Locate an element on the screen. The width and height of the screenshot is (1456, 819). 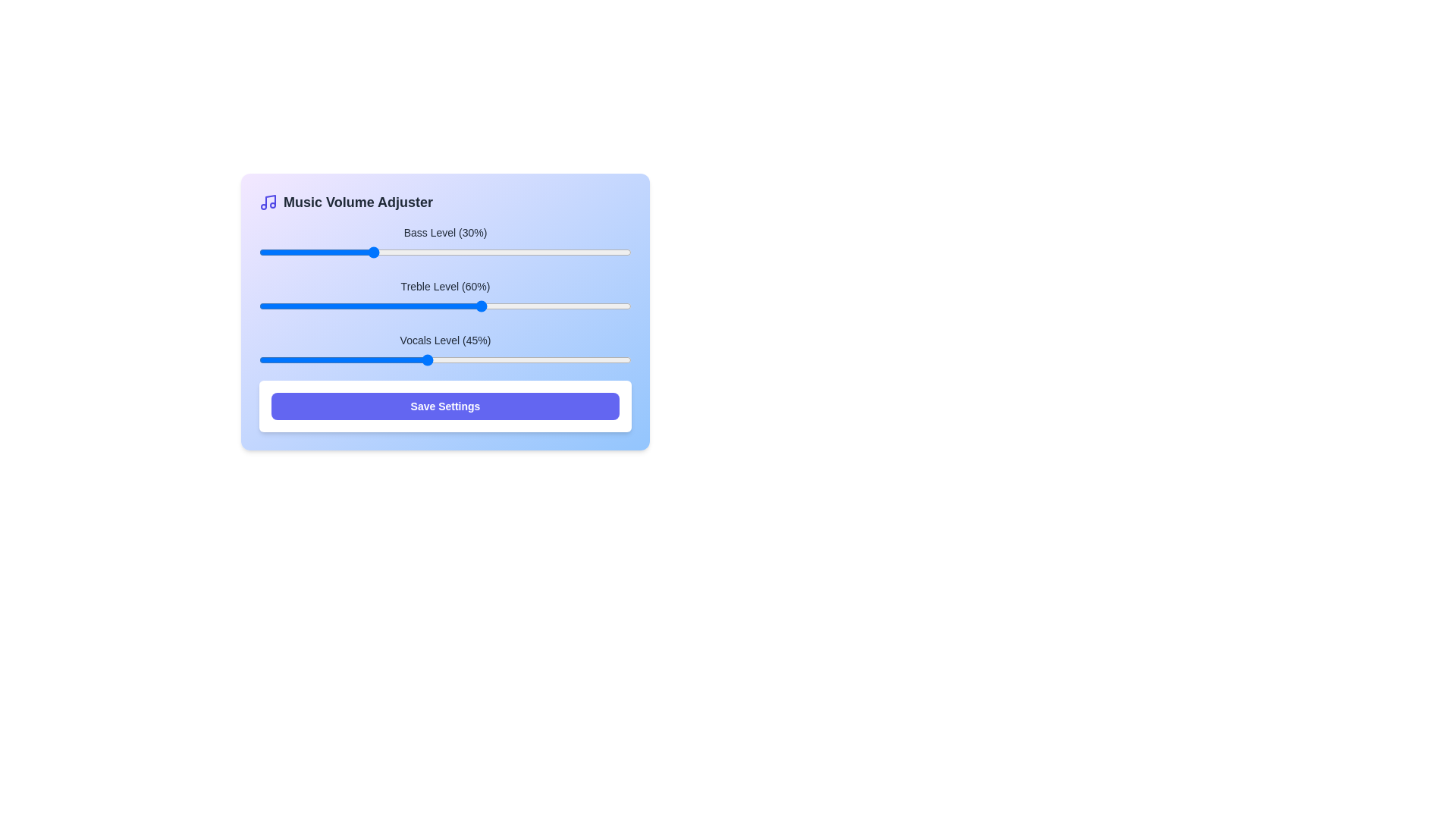
the bass level is located at coordinates (604, 251).